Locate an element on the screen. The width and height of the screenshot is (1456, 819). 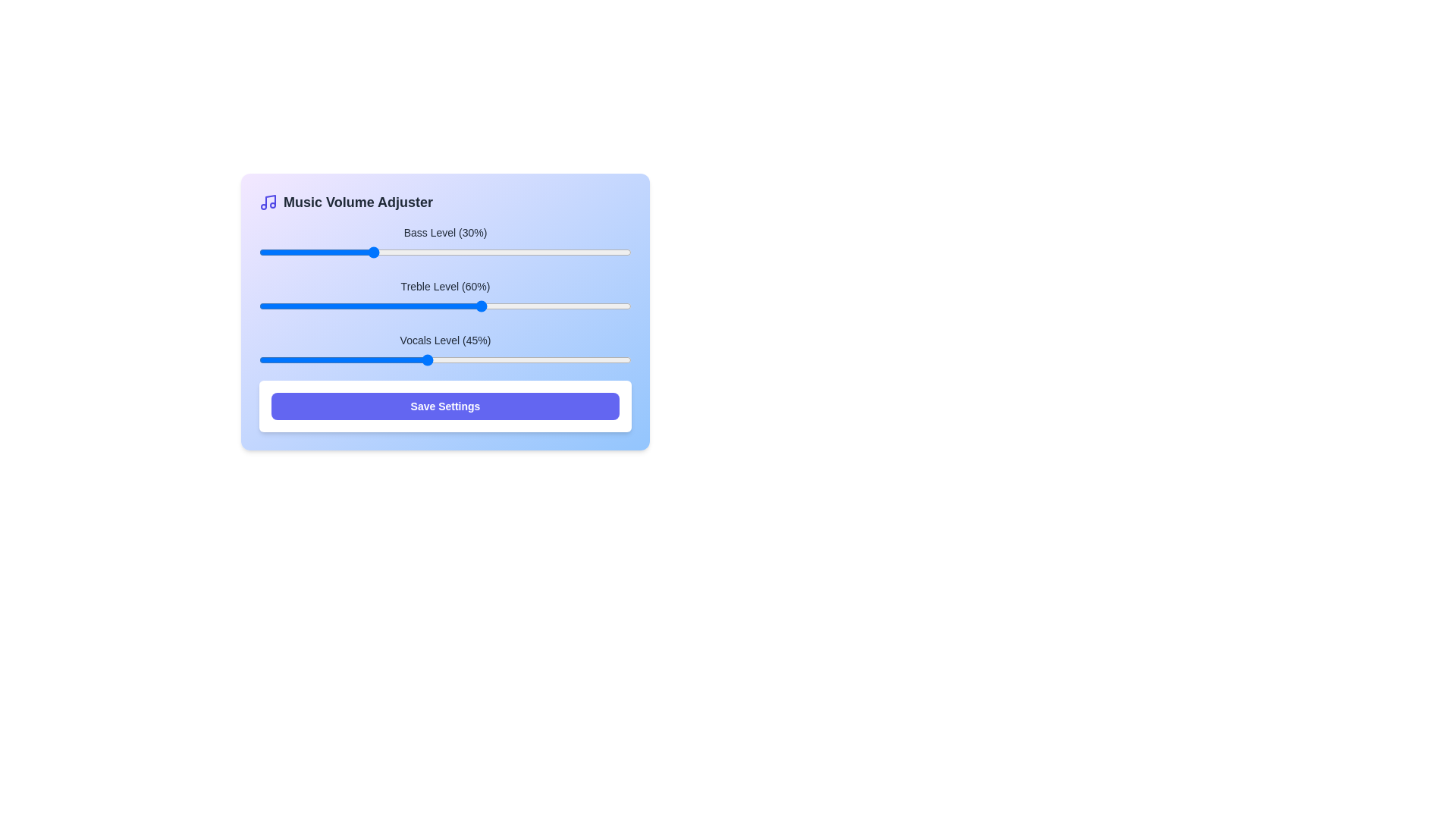
the bass level is located at coordinates (604, 251).